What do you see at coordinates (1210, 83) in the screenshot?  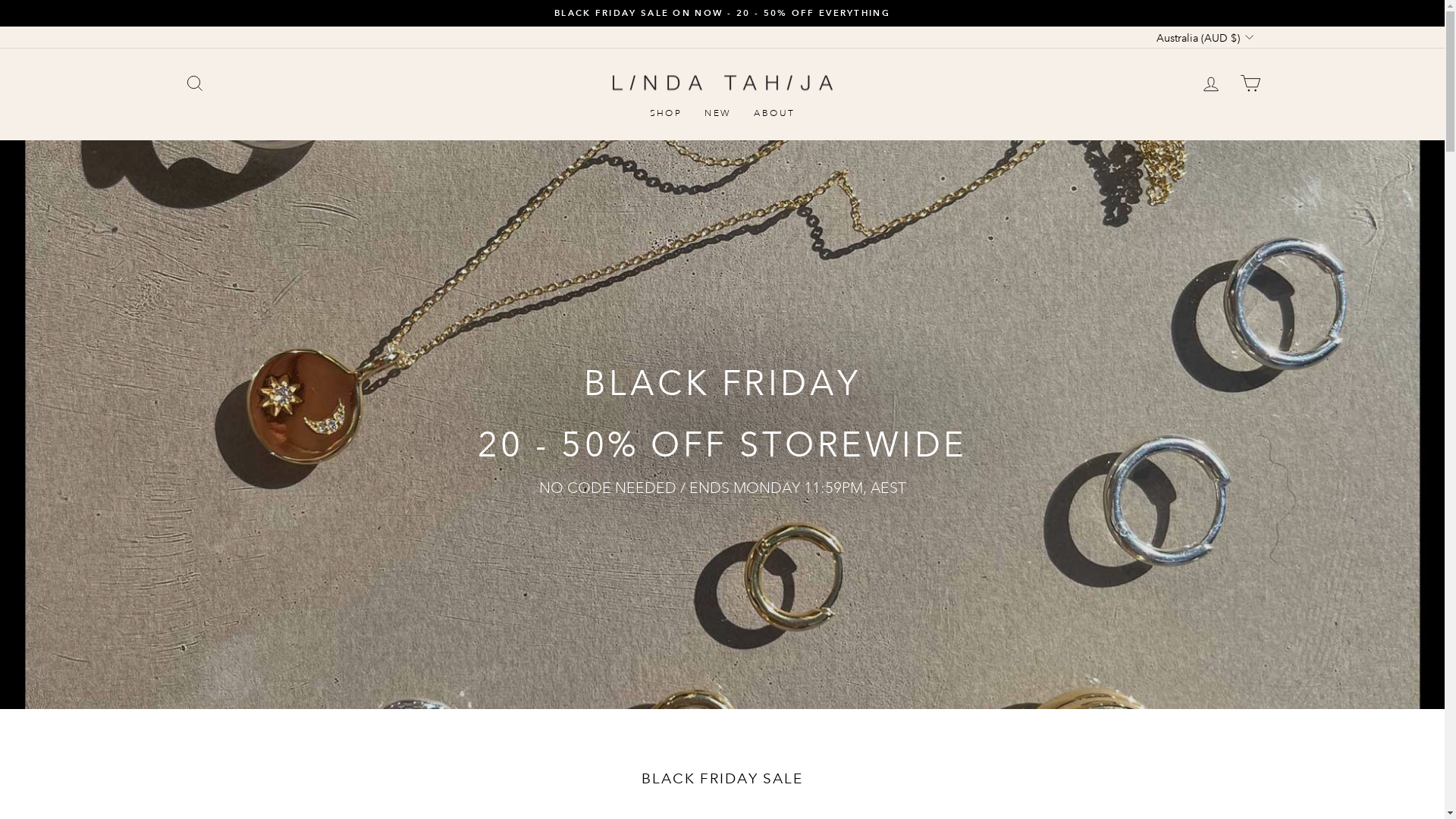 I see `'LOG IN'` at bounding box center [1210, 83].